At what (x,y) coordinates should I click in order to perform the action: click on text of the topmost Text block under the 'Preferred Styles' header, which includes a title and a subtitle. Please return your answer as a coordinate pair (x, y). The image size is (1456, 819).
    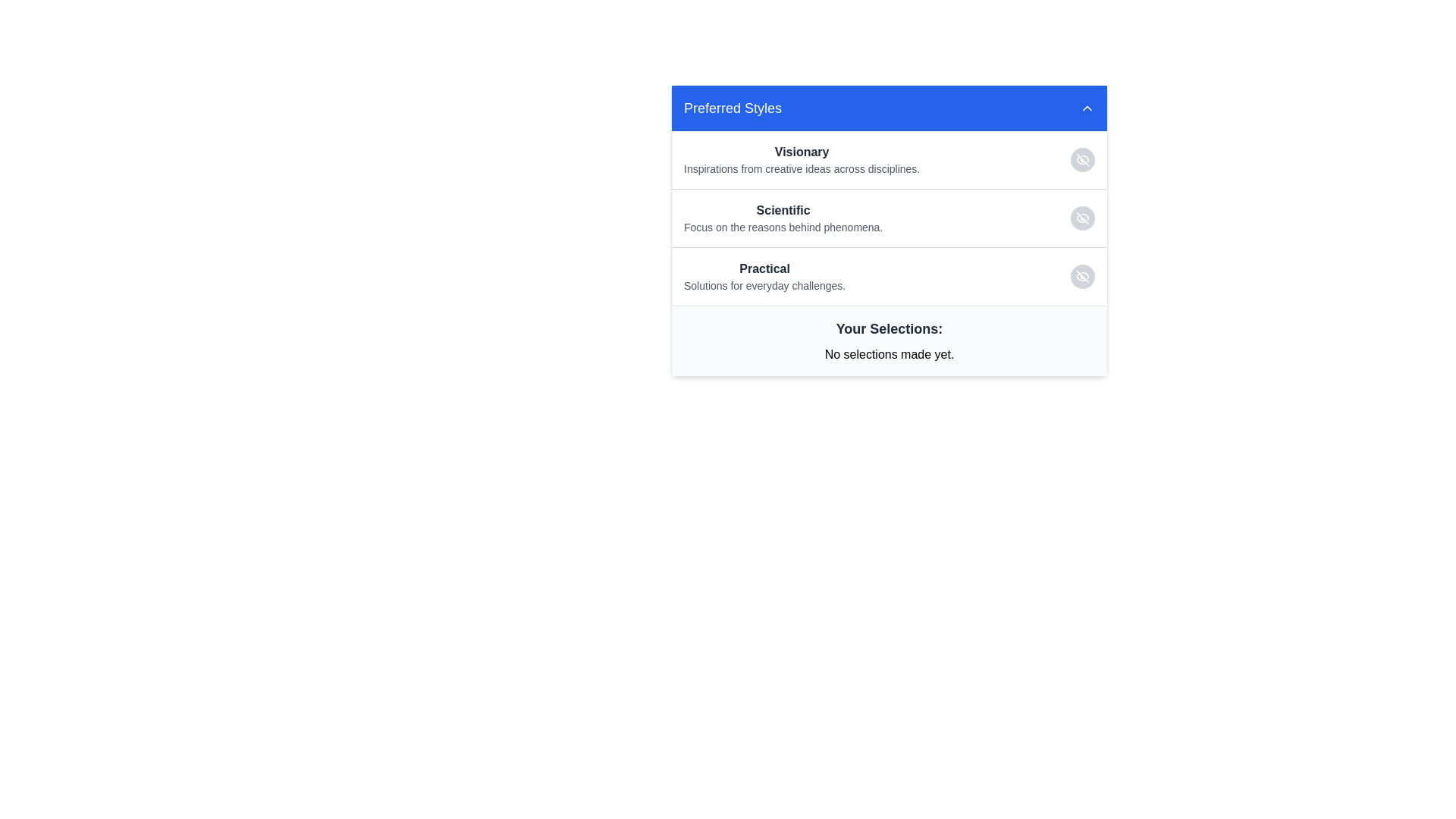
    Looking at the image, I should click on (801, 160).